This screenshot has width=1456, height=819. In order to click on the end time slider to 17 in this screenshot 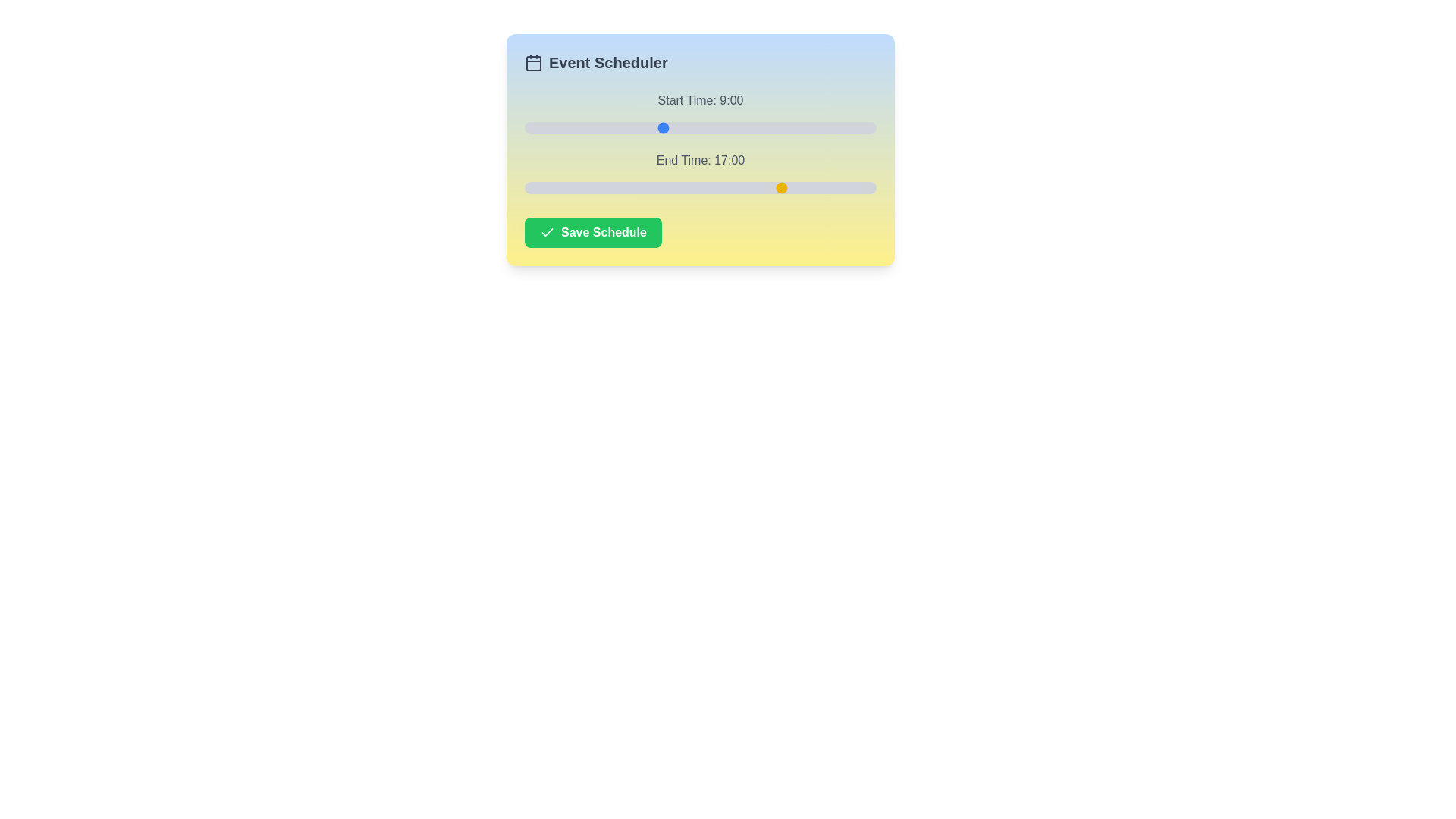, I will do `click(784, 187)`.